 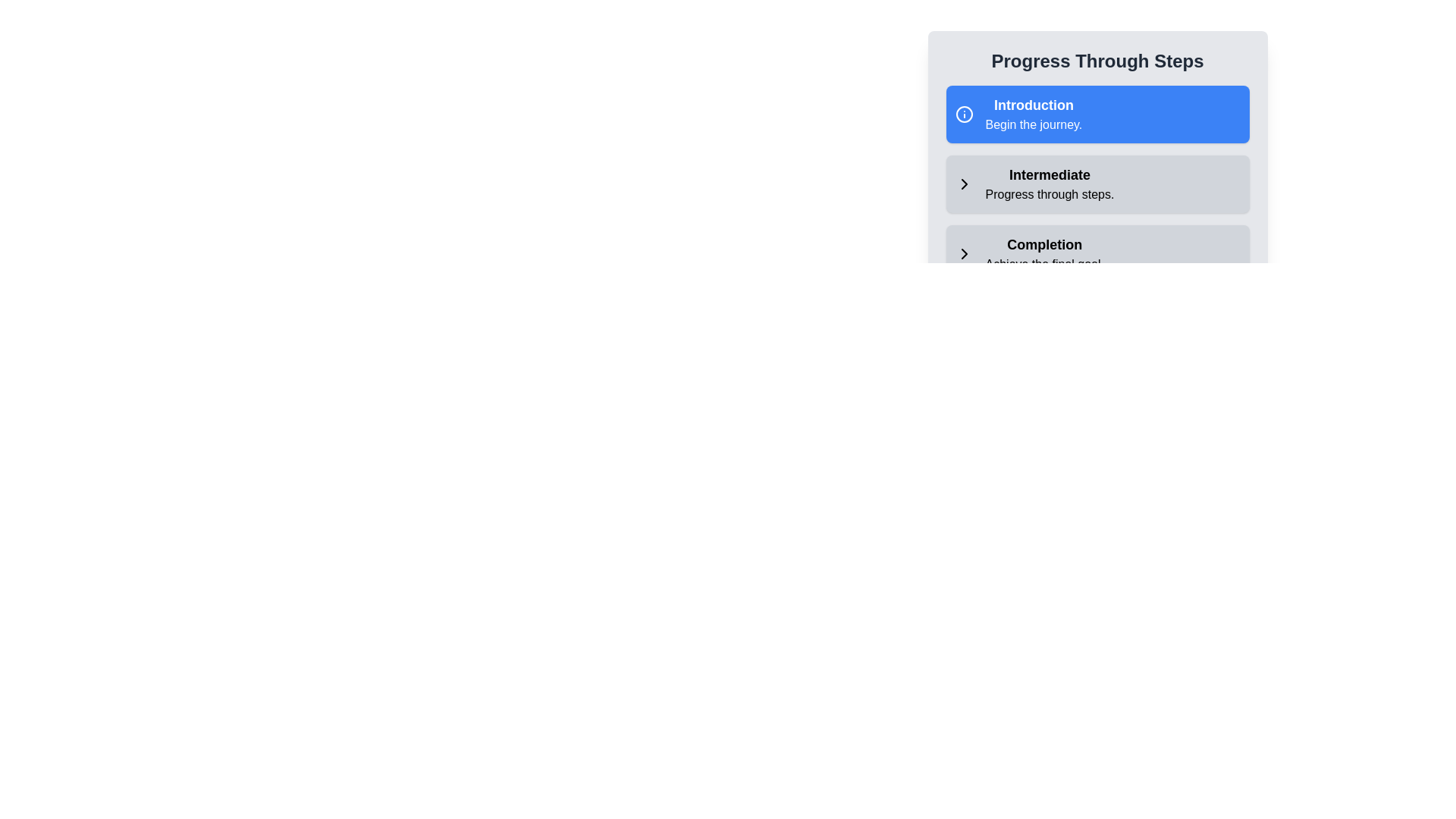 I want to click on the visual indicator for the step 2, so click(x=963, y=184).